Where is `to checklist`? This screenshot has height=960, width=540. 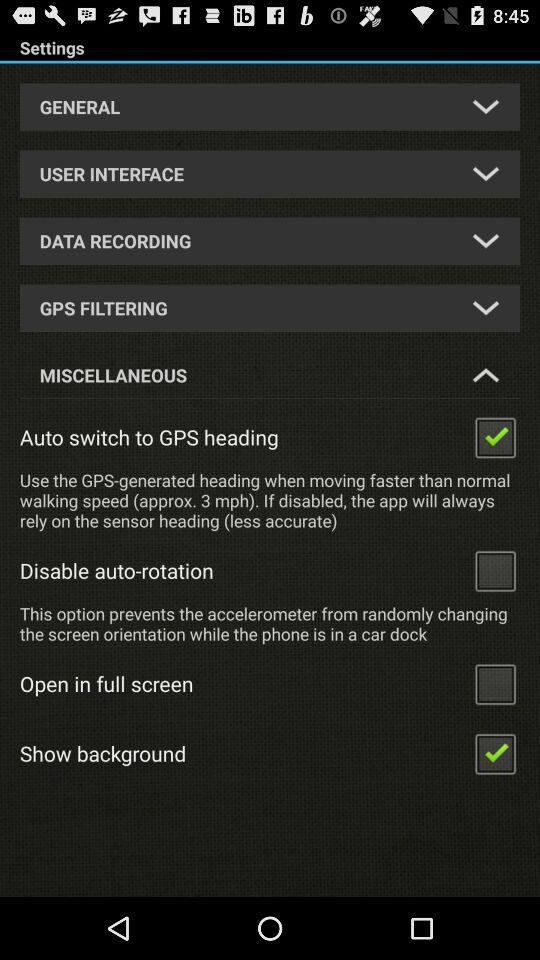 to checklist is located at coordinates (494, 570).